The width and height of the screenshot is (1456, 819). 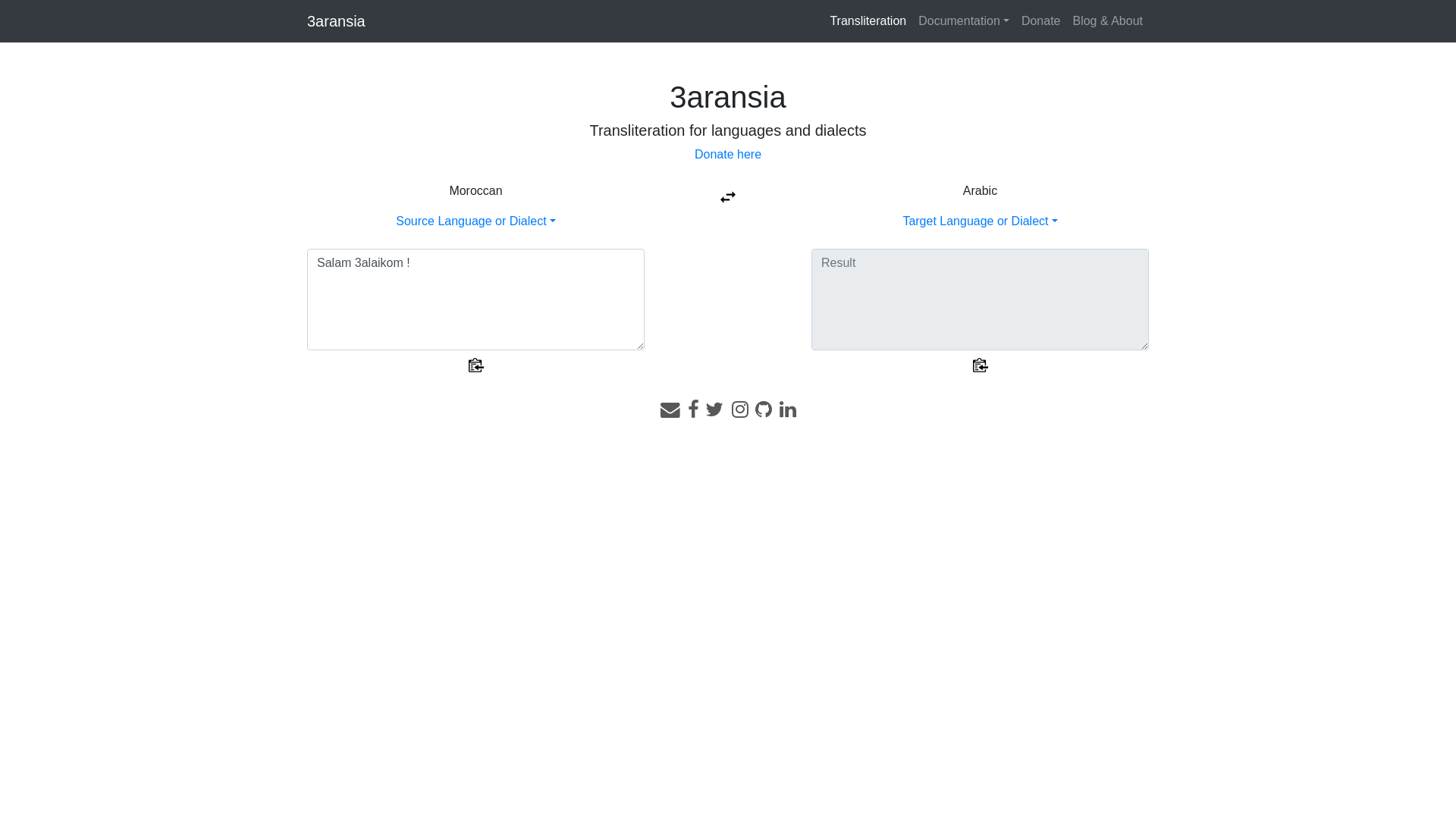 I want to click on 'Documentation', so click(x=963, y=20).